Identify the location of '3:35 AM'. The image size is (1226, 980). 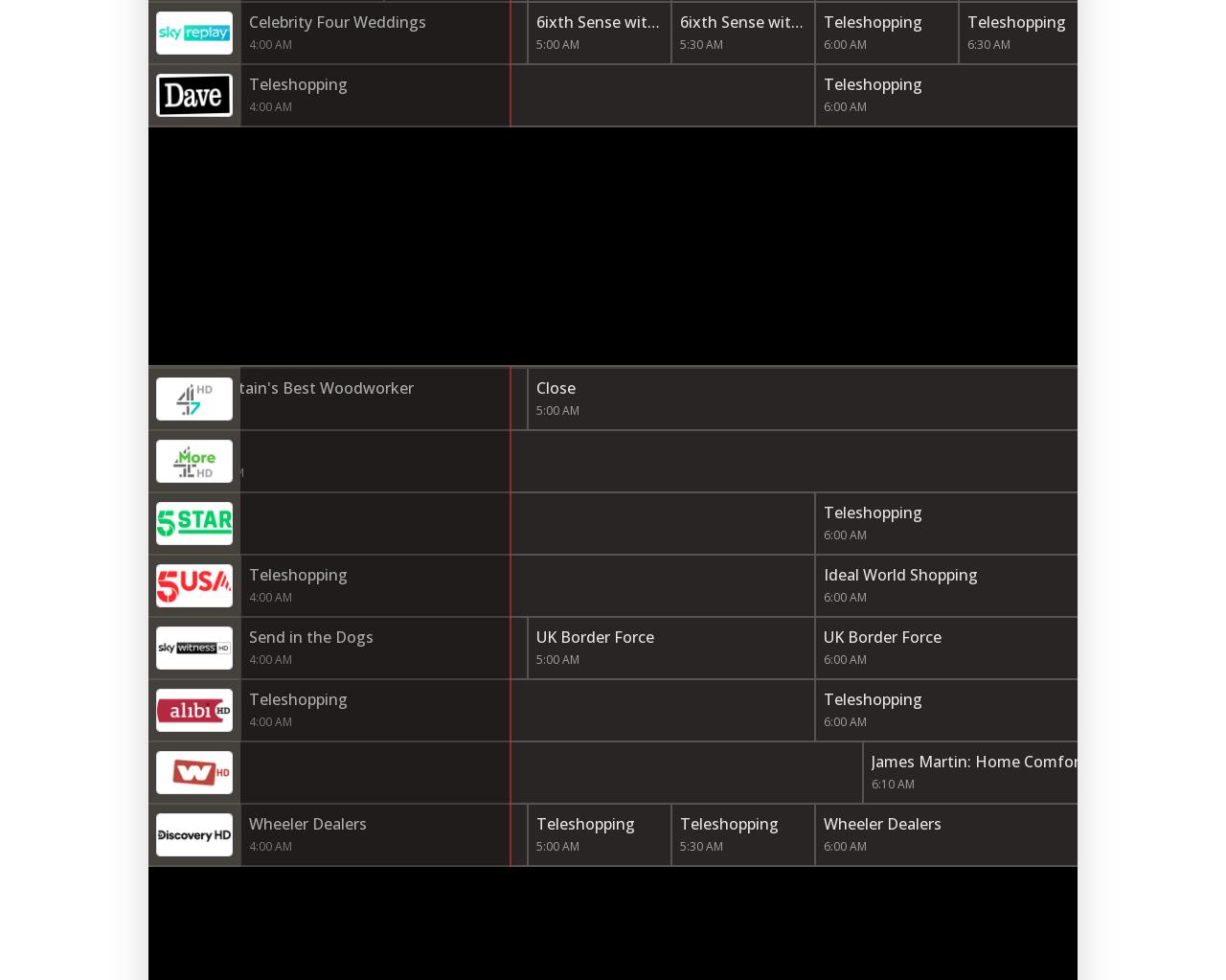
(149, 410).